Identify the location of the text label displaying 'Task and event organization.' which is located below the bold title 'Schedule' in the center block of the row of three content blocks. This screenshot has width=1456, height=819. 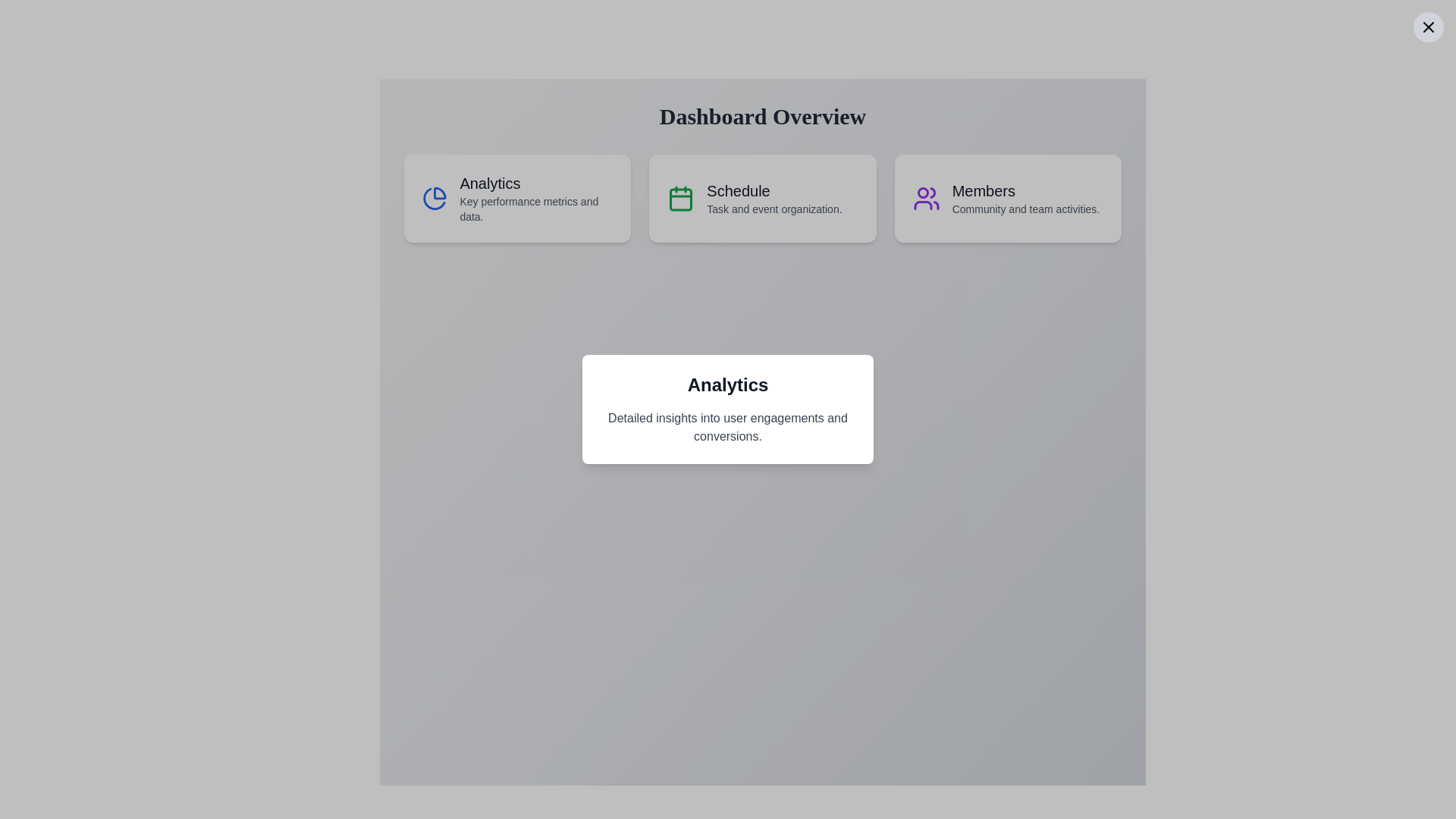
(774, 209).